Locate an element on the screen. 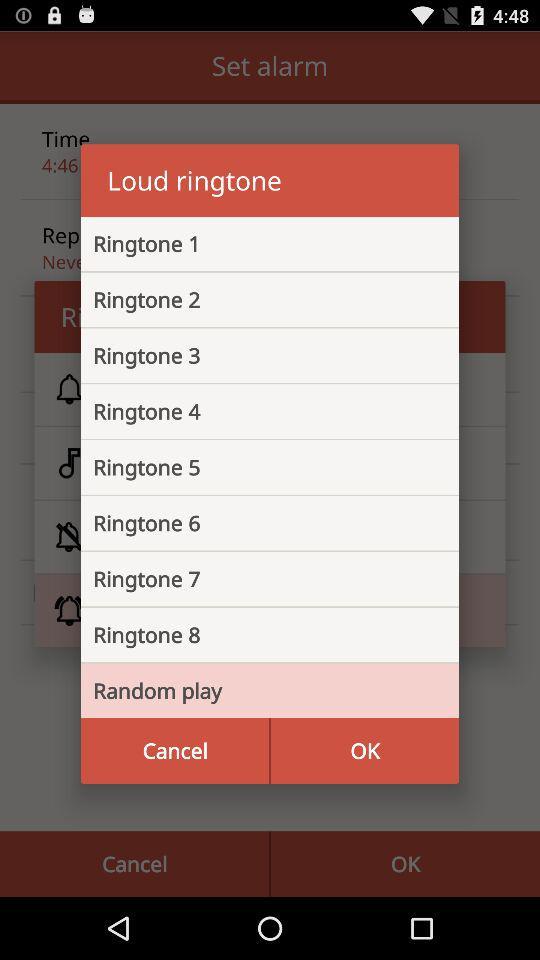 The width and height of the screenshot is (540, 960). icon above the ringtone 5 item is located at coordinates (254, 410).